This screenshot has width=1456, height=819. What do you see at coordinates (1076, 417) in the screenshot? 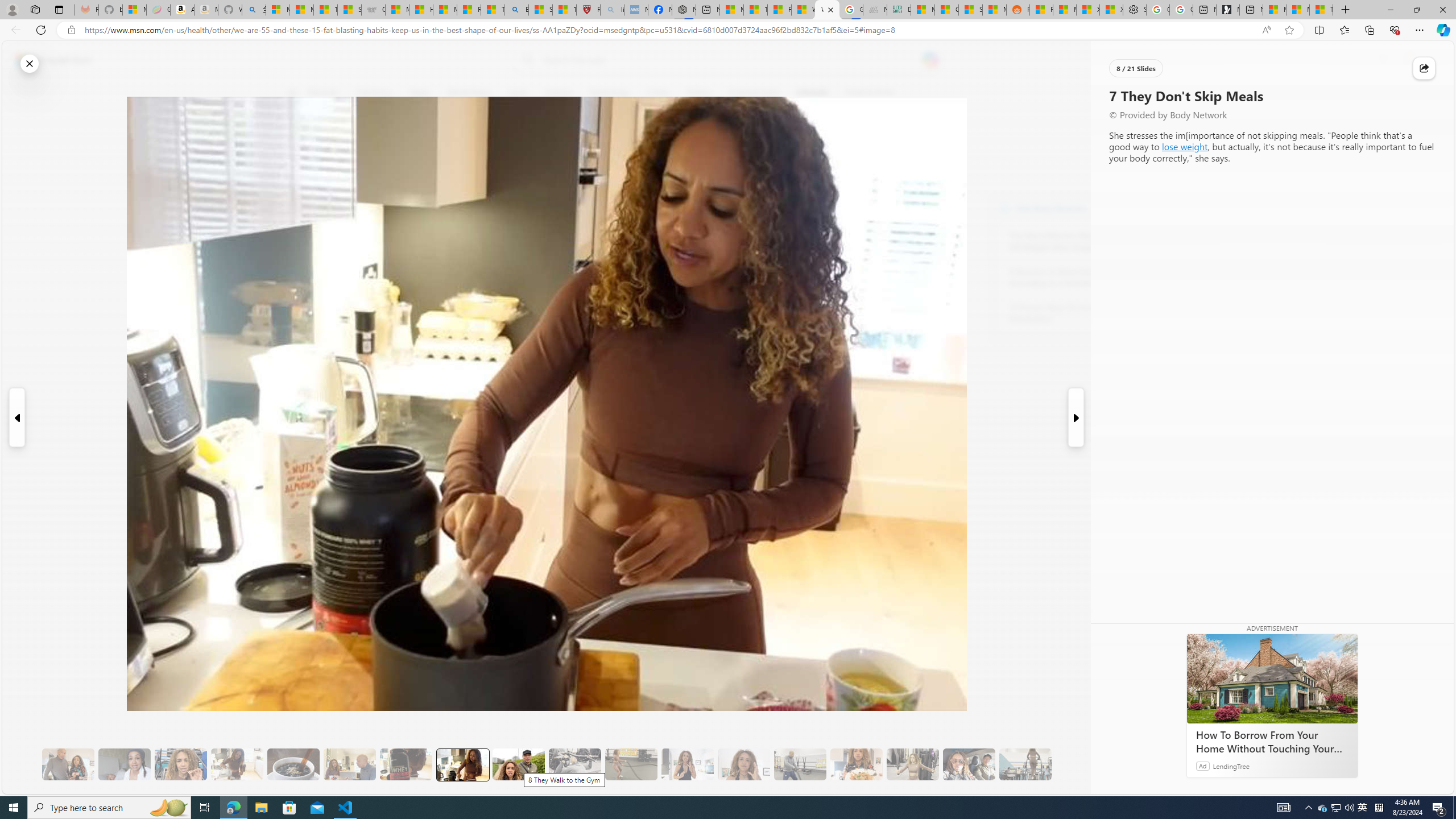
I see `'Next Slide'` at bounding box center [1076, 417].